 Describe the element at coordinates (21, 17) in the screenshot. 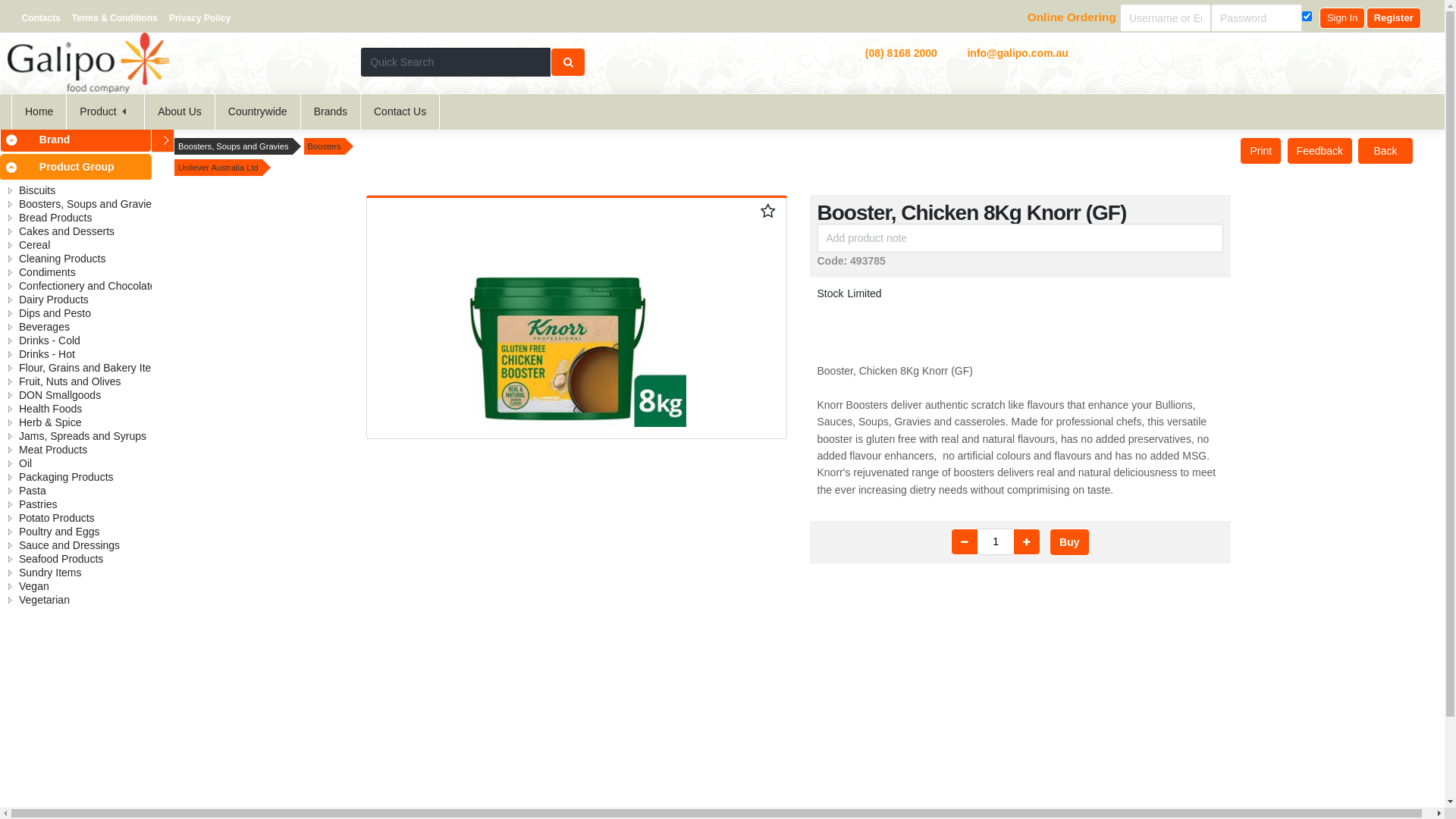

I see `'Contacts'` at that location.